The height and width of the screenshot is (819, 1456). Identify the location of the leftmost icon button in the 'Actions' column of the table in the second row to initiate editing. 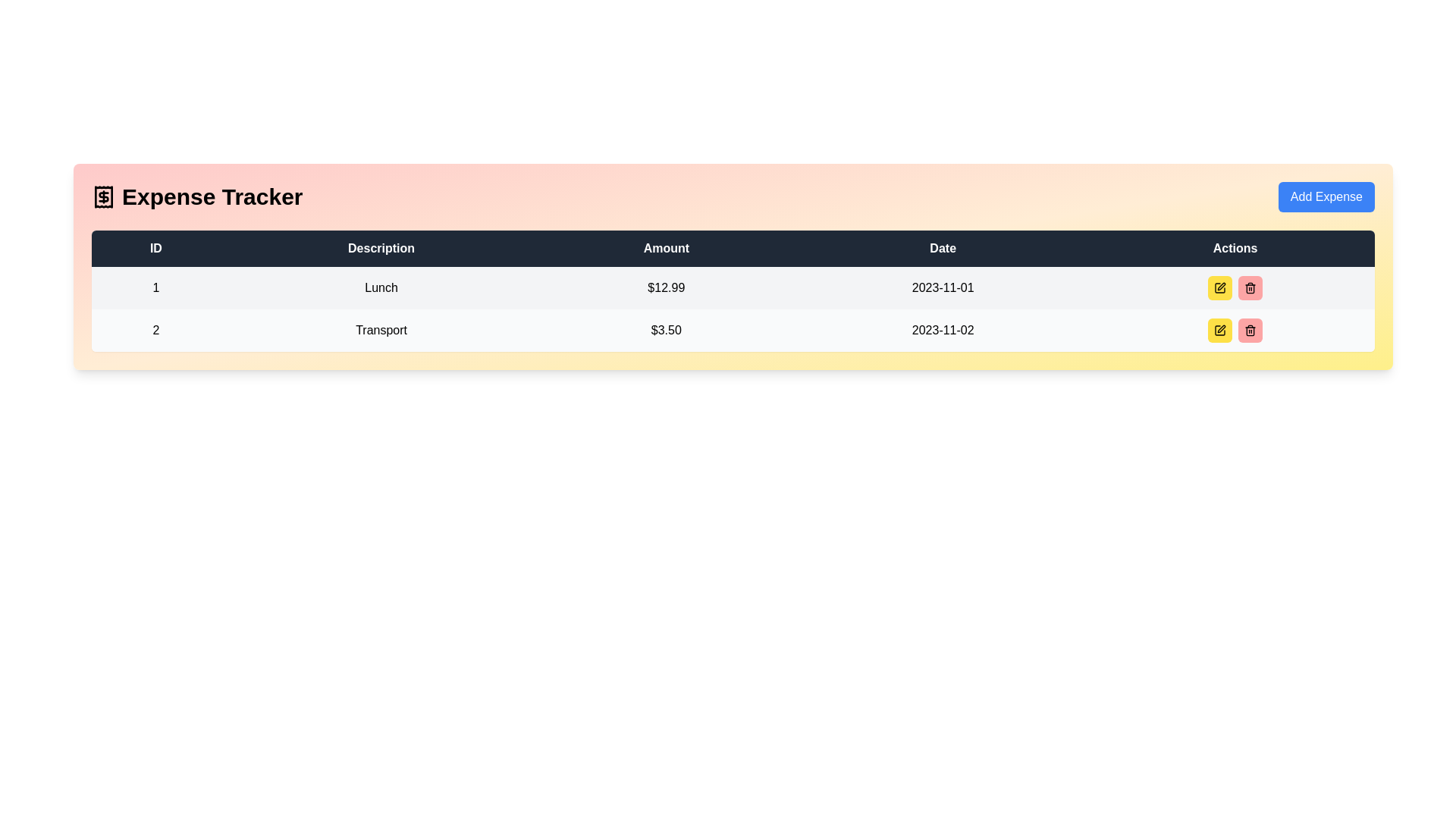
(1219, 288).